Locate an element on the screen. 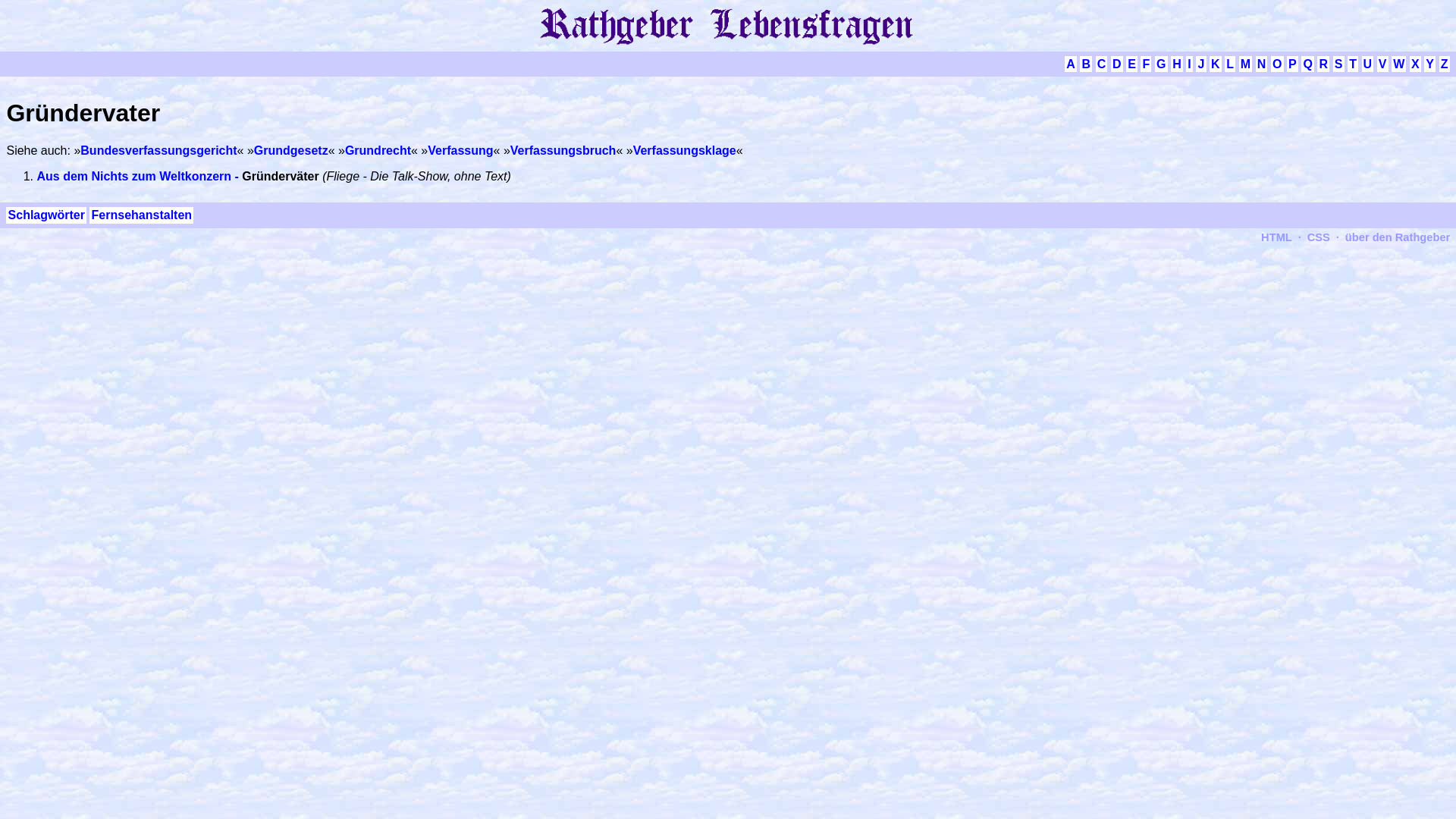 This screenshot has height=819, width=1456. 'Verfassungsbruch' is located at coordinates (563, 150).